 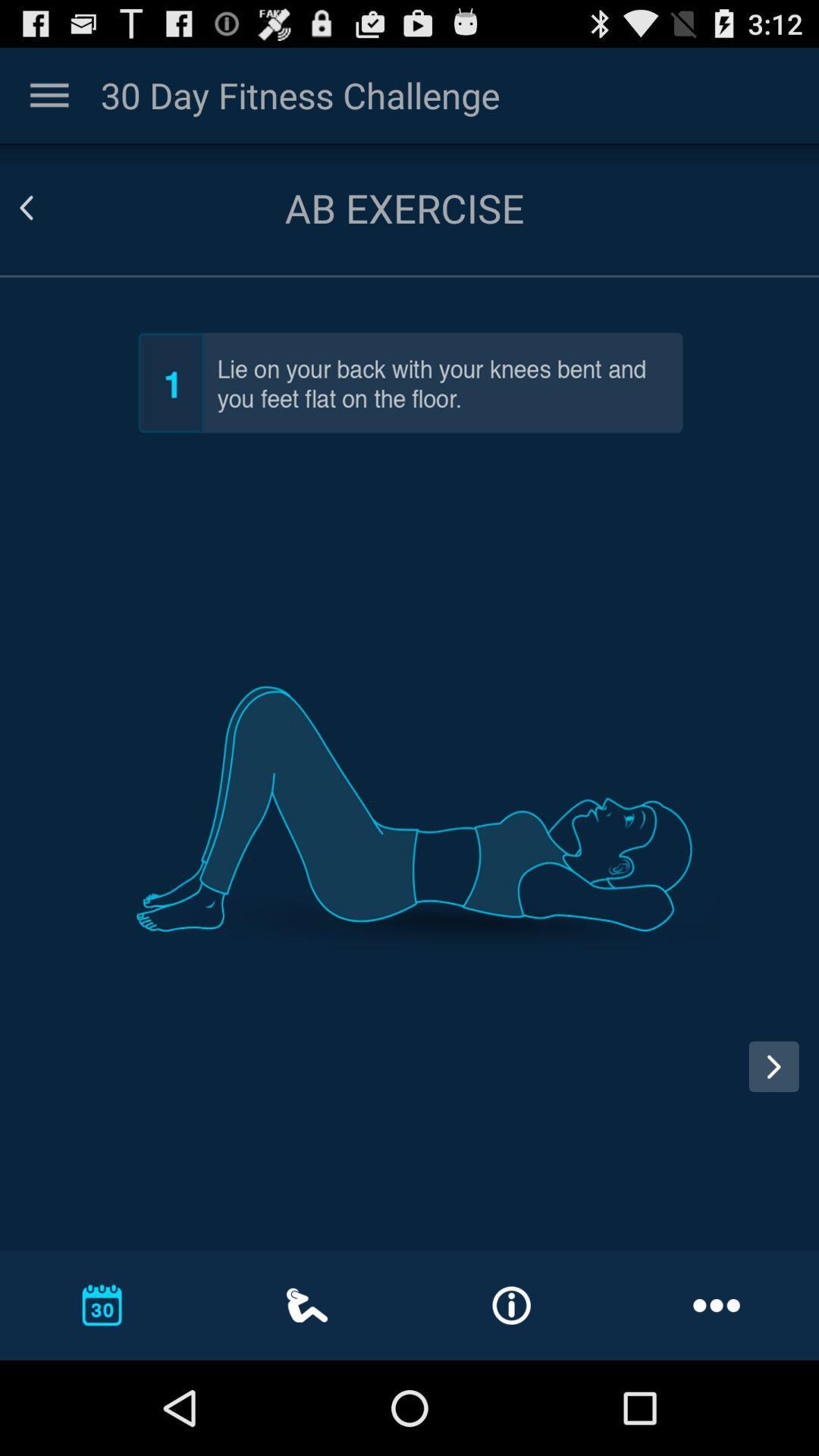 What do you see at coordinates (779, 1080) in the screenshot?
I see `advance to next page` at bounding box center [779, 1080].